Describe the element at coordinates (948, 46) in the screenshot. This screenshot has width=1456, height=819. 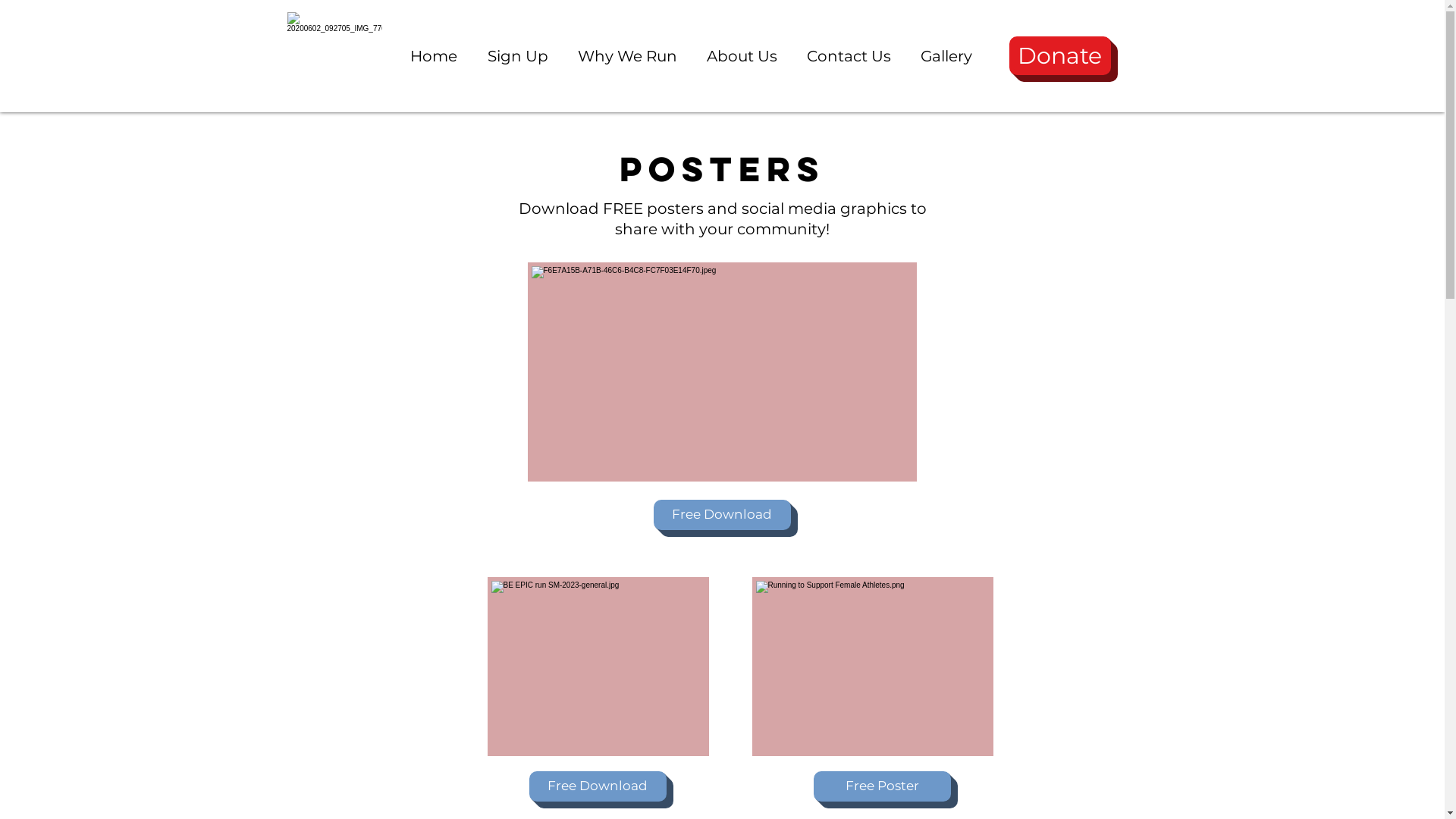
I see `'Gallery'` at that location.